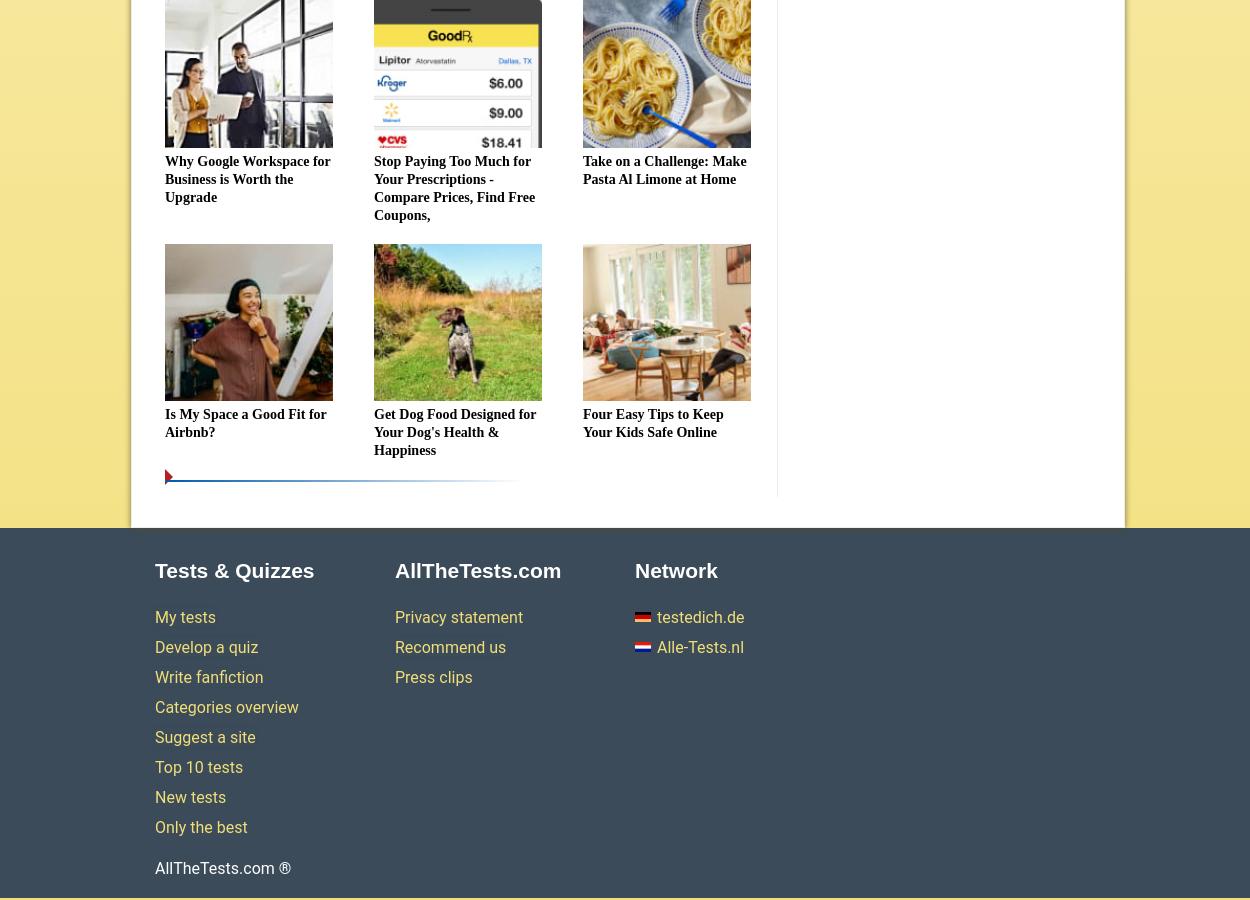 Image resolution: width=1250 pixels, height=900 pixels. I want to click on 'Top 10 tests', so click(198, 766).